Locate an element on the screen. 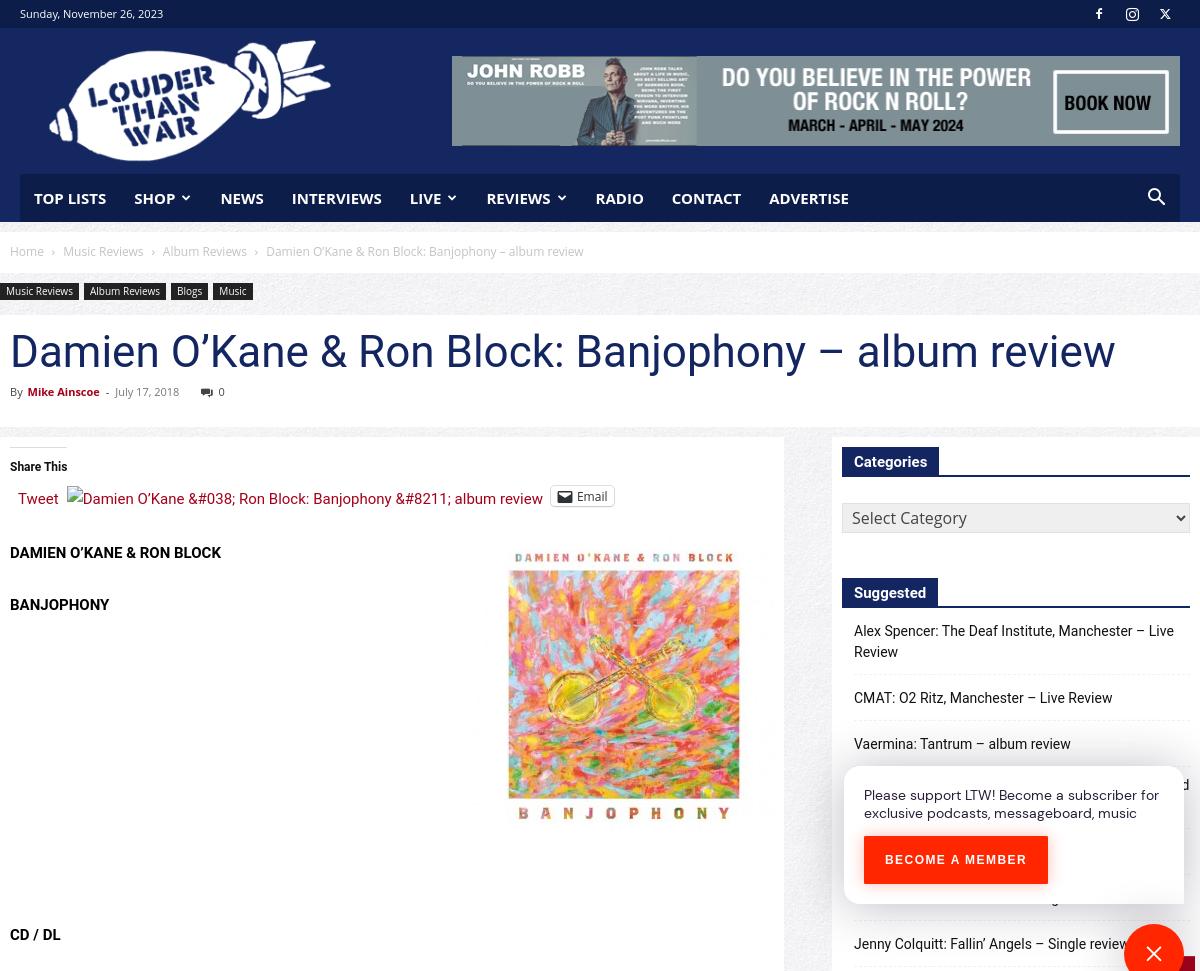 The image size is (1200, 971). 'Unbelievable!!! EMF return with new Single, Album and Tour!' is located at coordinates (1021, 795).